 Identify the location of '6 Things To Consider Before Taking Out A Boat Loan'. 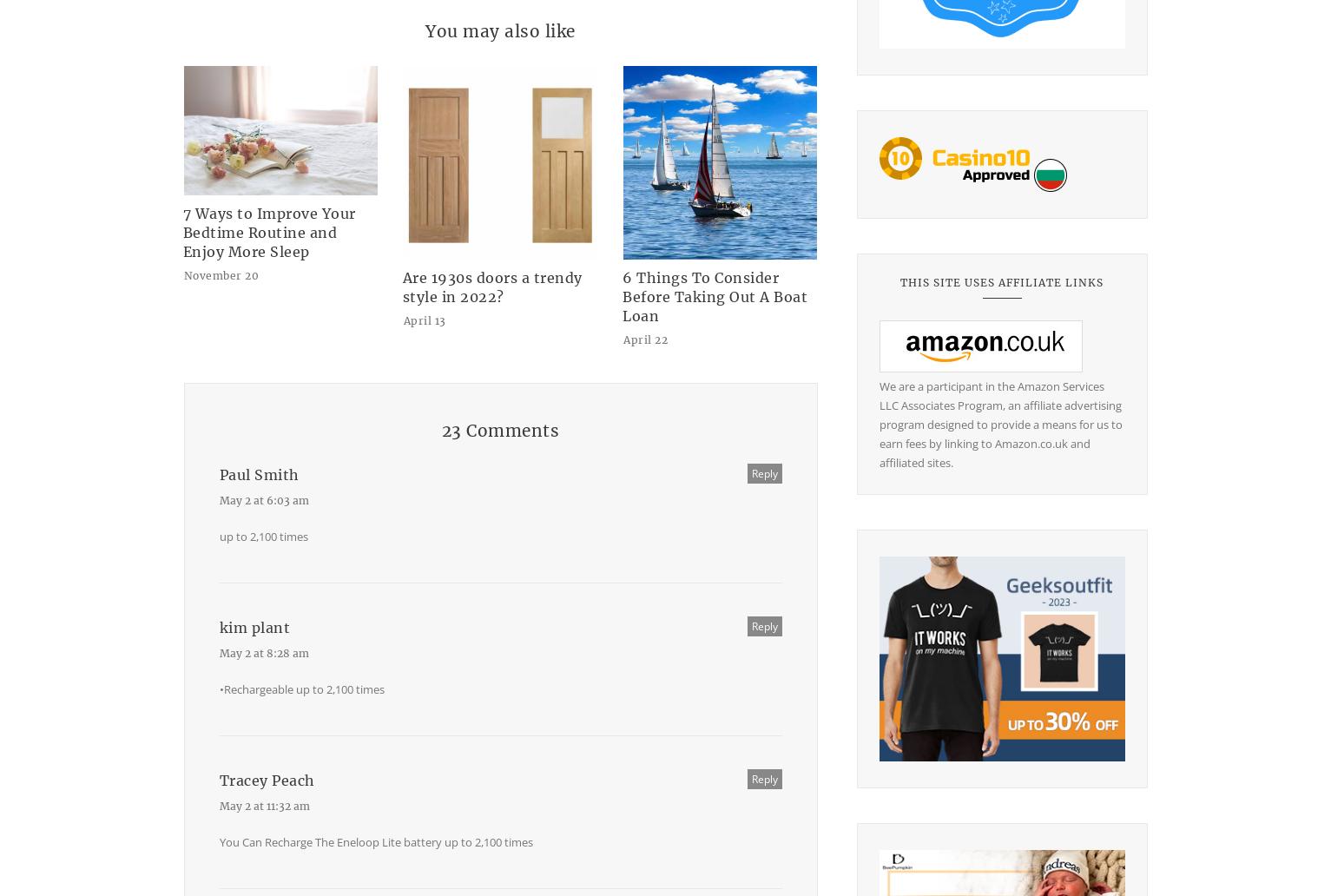
(714, 297).